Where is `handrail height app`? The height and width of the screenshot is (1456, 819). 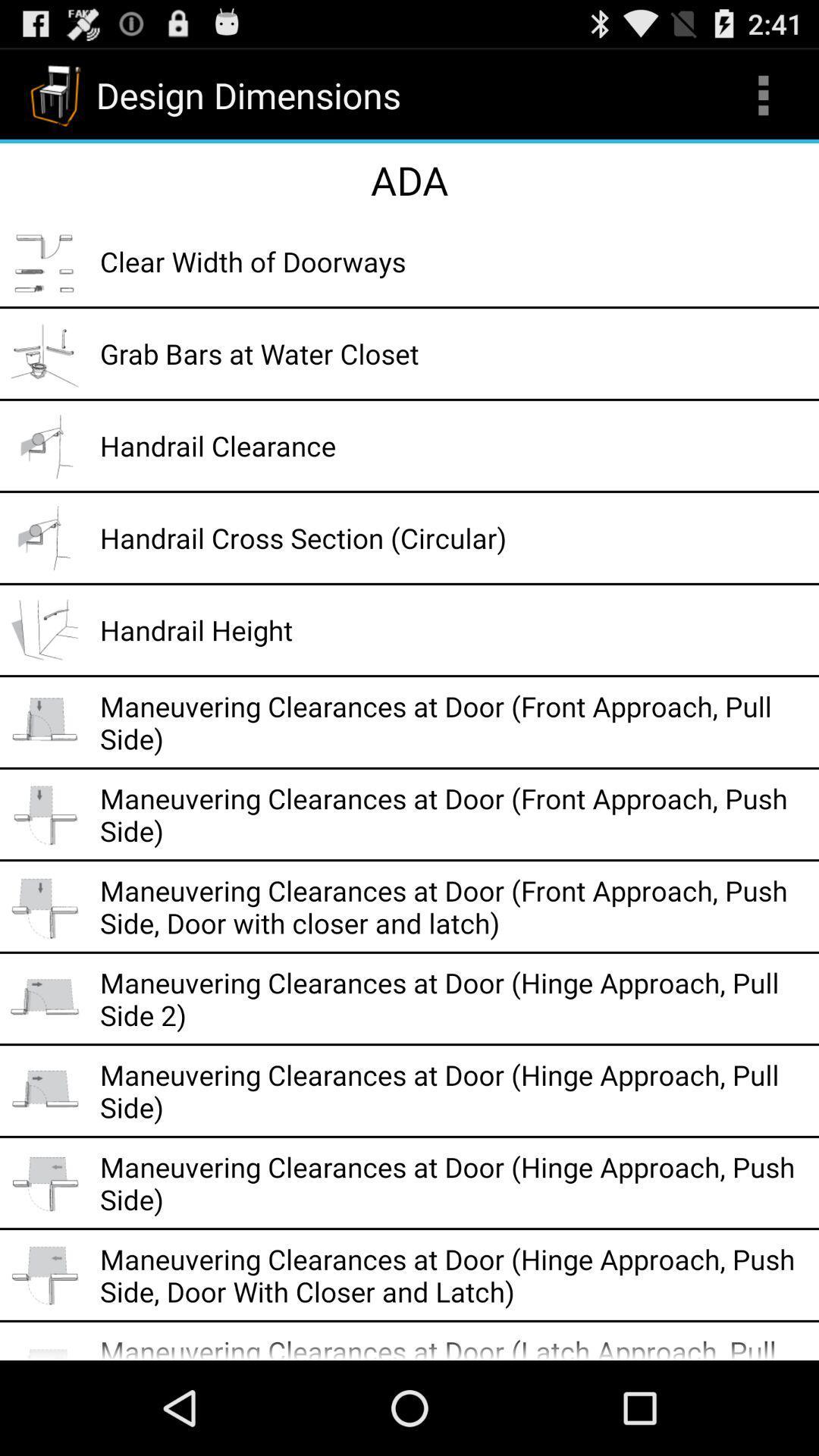
handrail height app is located at coordinates (453, 629).